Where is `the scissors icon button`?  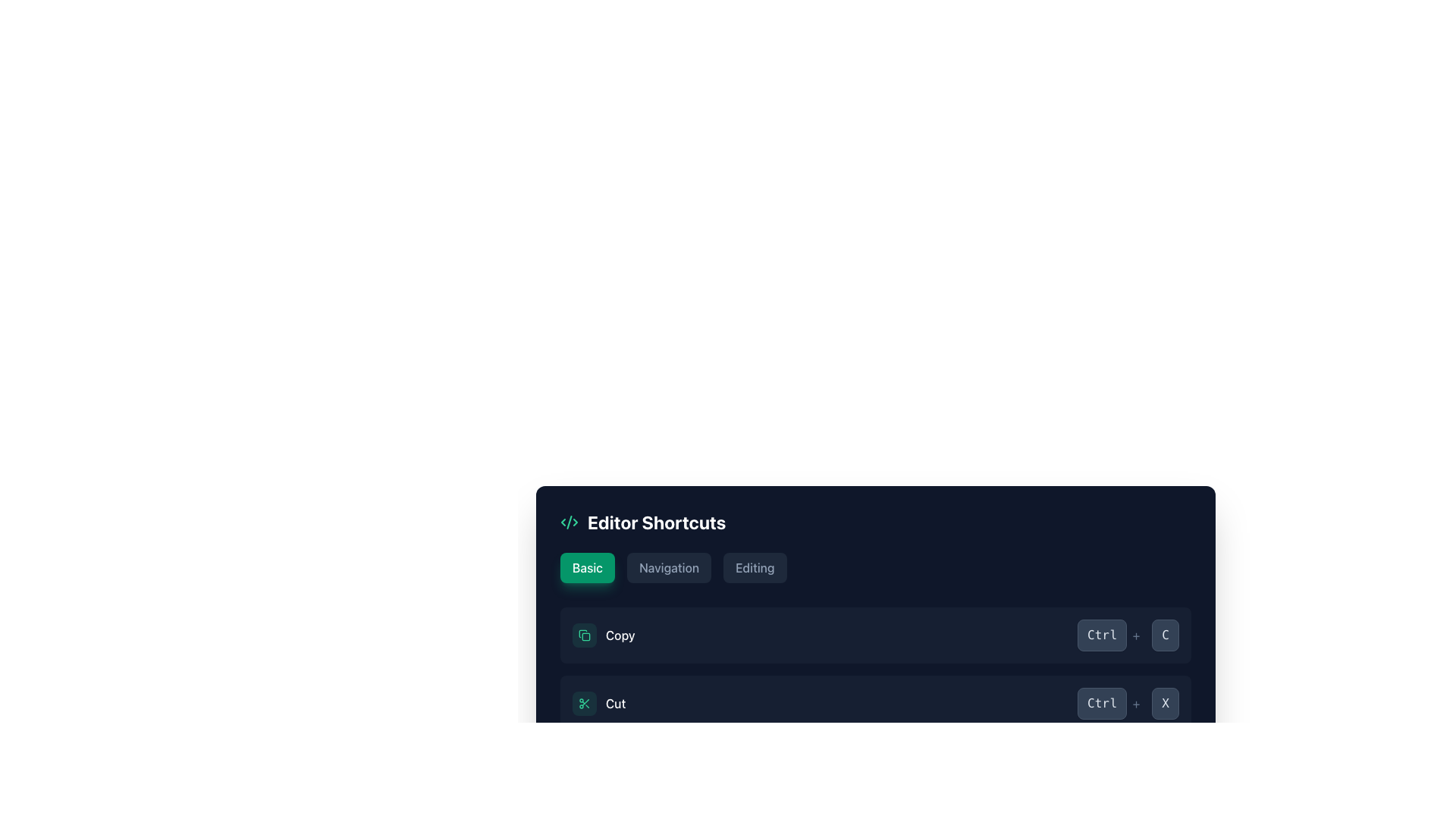 the scissors icon button is located at coordinates (584, 704).